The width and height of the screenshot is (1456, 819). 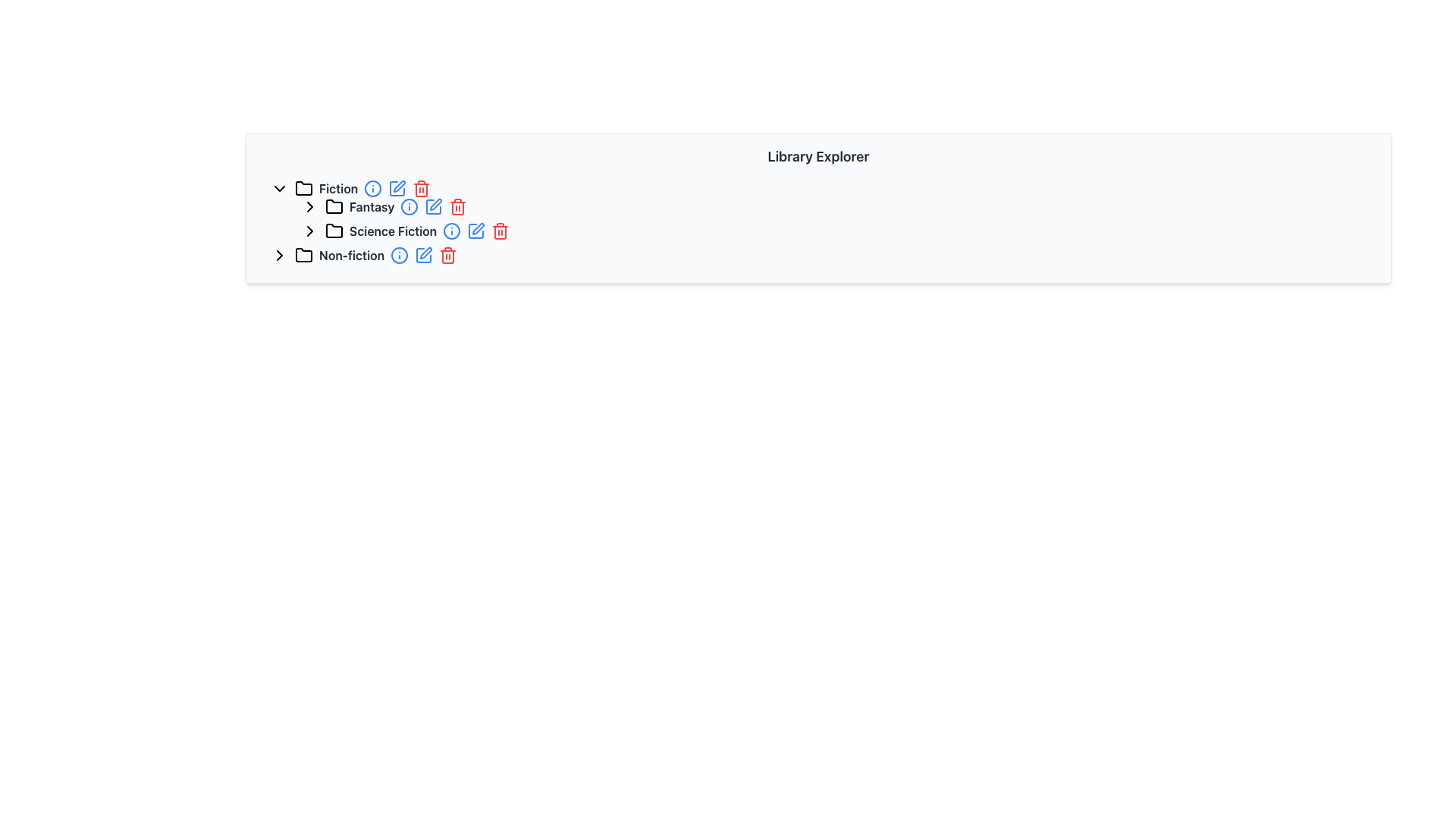 What do you see at coordinates (334, 207) in the screenshot?
I see `the folder icon styled with a thin outline and rounded corners, located to the left of the label 'Fantasy' in the tree menu under 'Fiction'` at bounding box center [334, 207].